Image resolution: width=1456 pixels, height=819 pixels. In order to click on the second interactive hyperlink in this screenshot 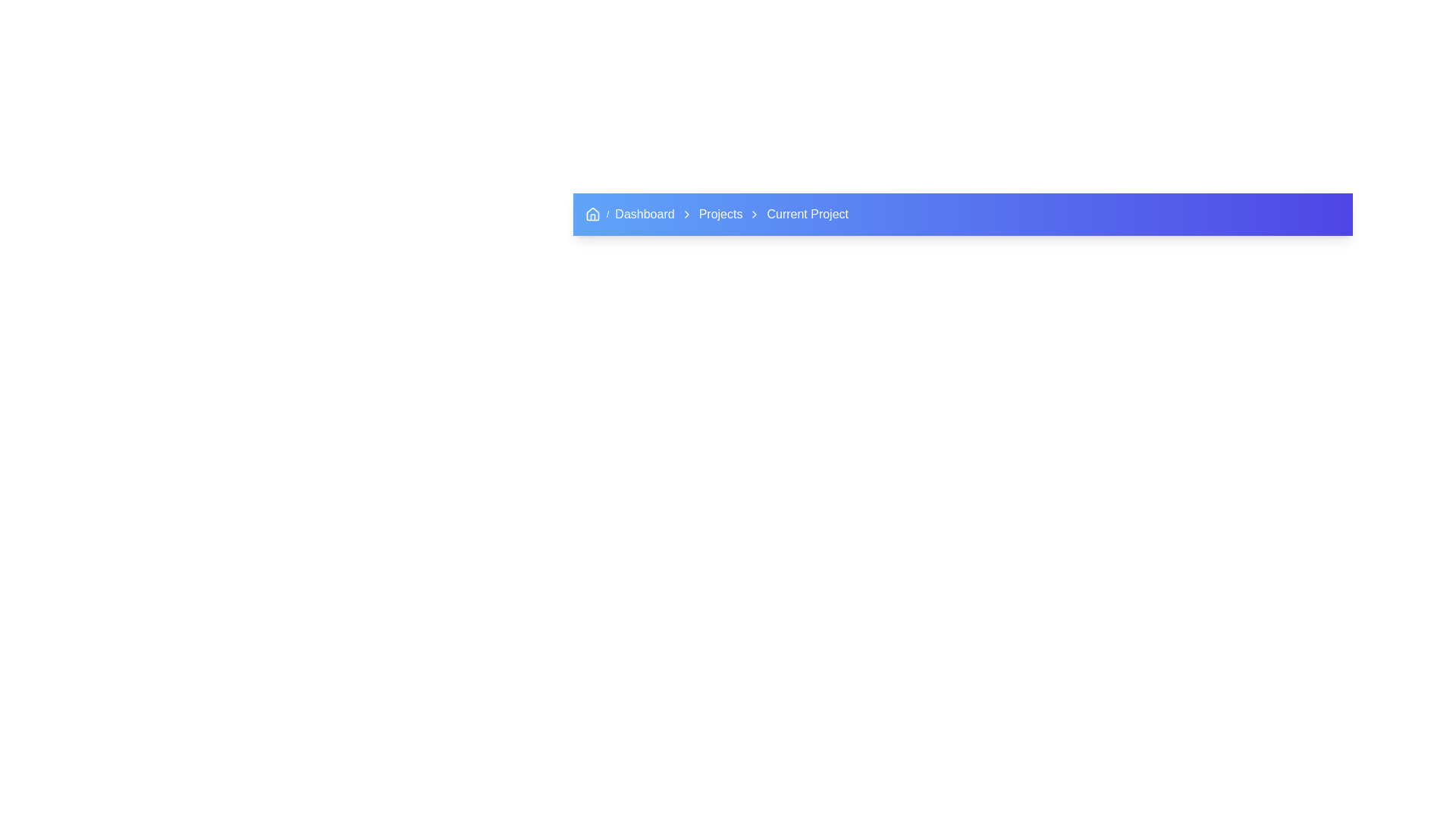, I will do `click(645, 214)`.